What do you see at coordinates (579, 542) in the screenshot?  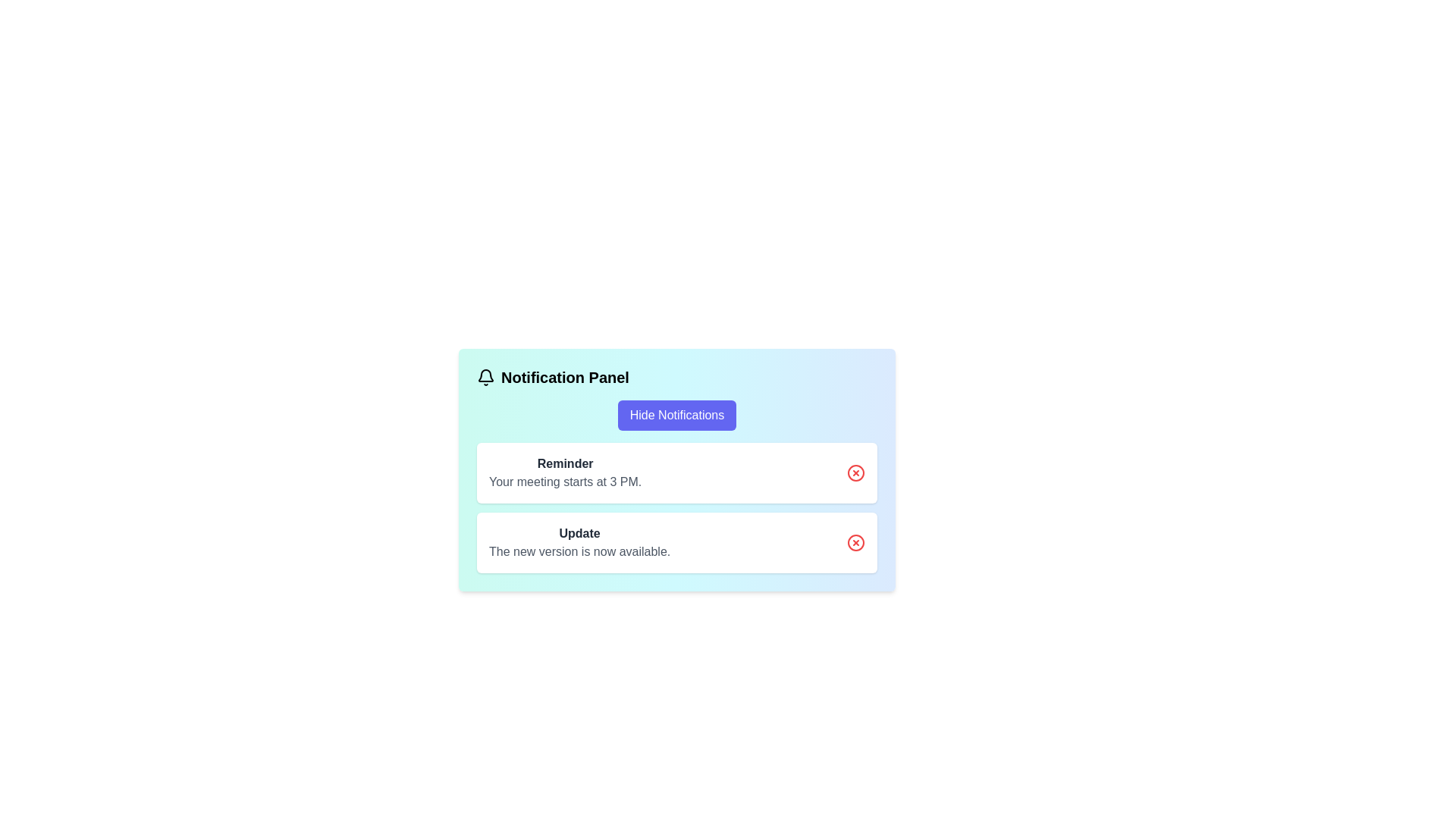 I see `information provided in the notification message about the availability of a new version, which is the second notification listed below 'Reminder' in the notification panel` at bounding box center [579, 542].